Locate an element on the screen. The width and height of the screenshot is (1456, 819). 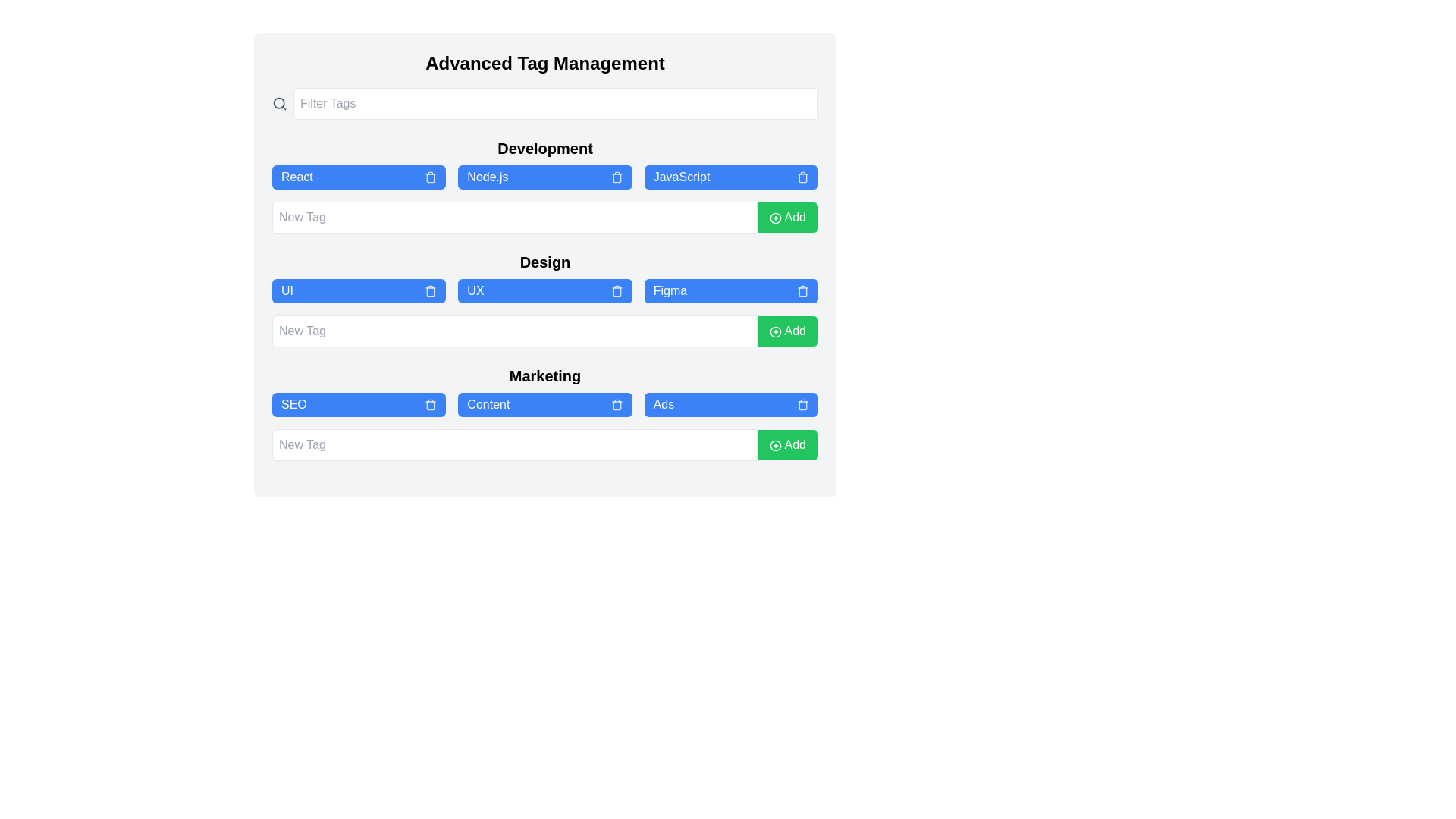
the main body of the trash bin icon, which represents the delete function for the 'Content' tag under the 'Marketing' section is located at coordinates (617, 405).